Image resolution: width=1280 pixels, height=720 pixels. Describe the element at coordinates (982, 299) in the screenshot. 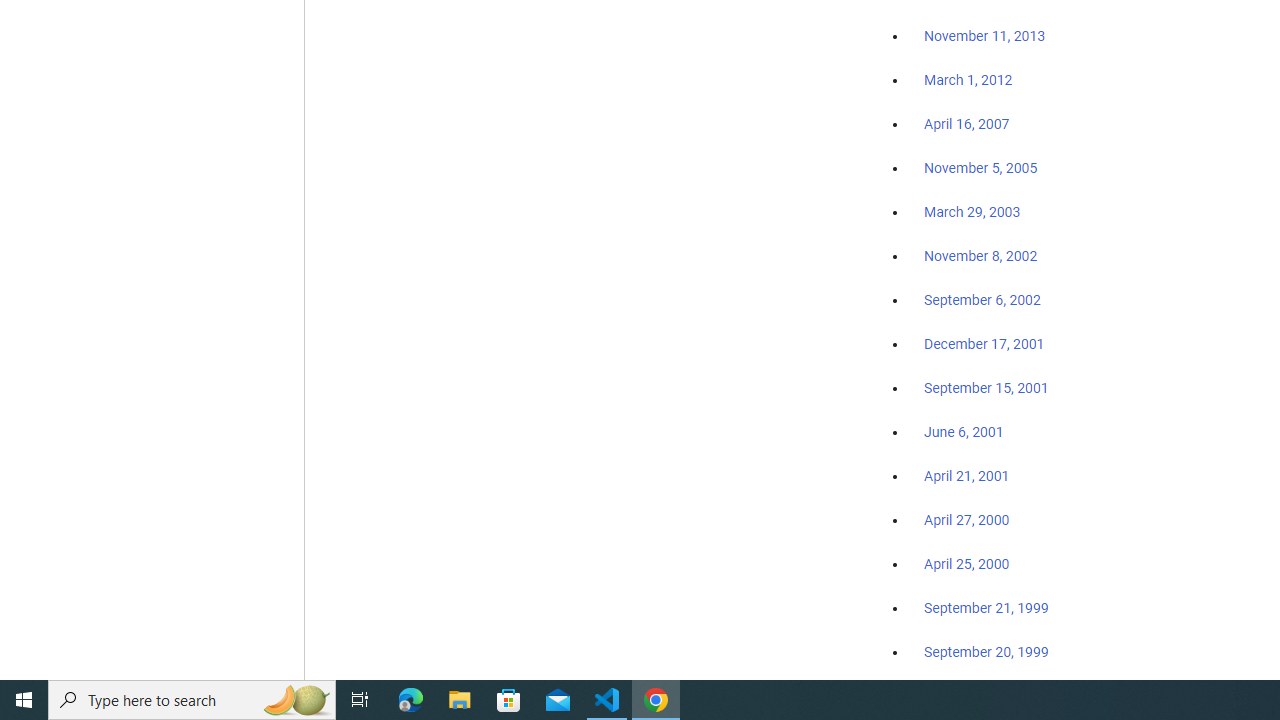

I see `'September 6, 2002'` at that location.